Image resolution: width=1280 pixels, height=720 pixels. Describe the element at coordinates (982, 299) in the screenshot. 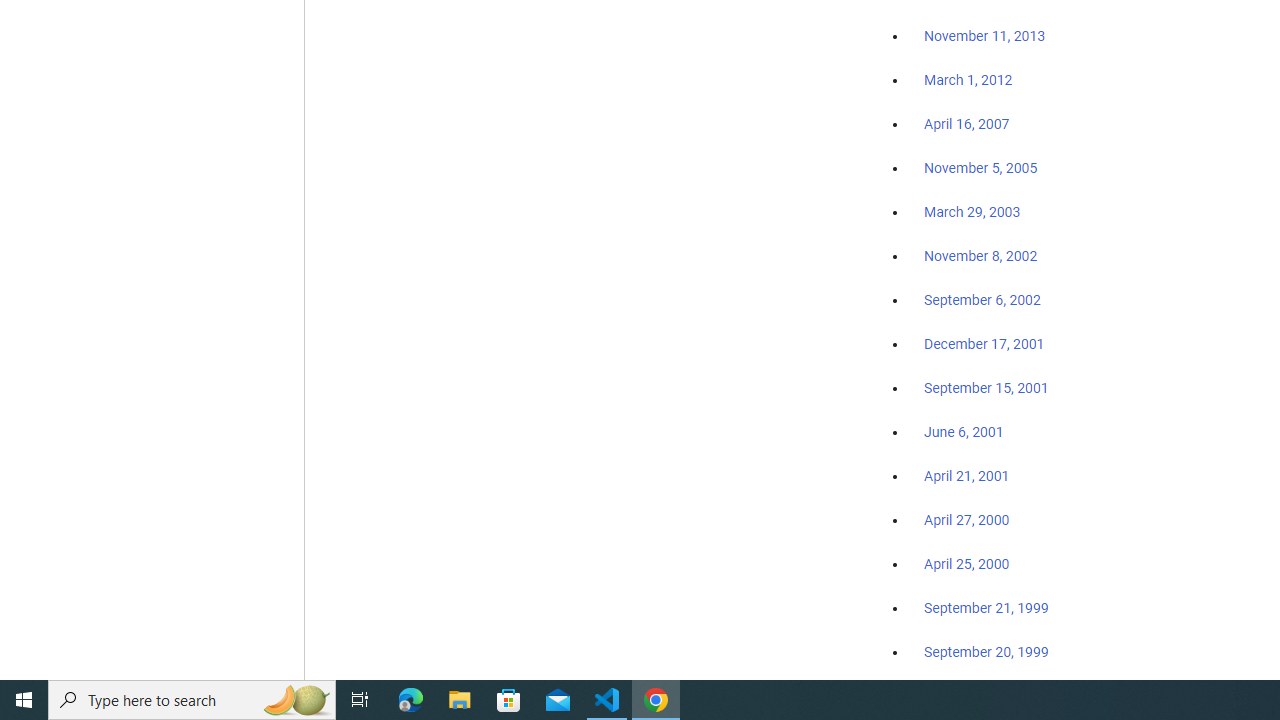

I see `'September 6, 2002'` at that location.